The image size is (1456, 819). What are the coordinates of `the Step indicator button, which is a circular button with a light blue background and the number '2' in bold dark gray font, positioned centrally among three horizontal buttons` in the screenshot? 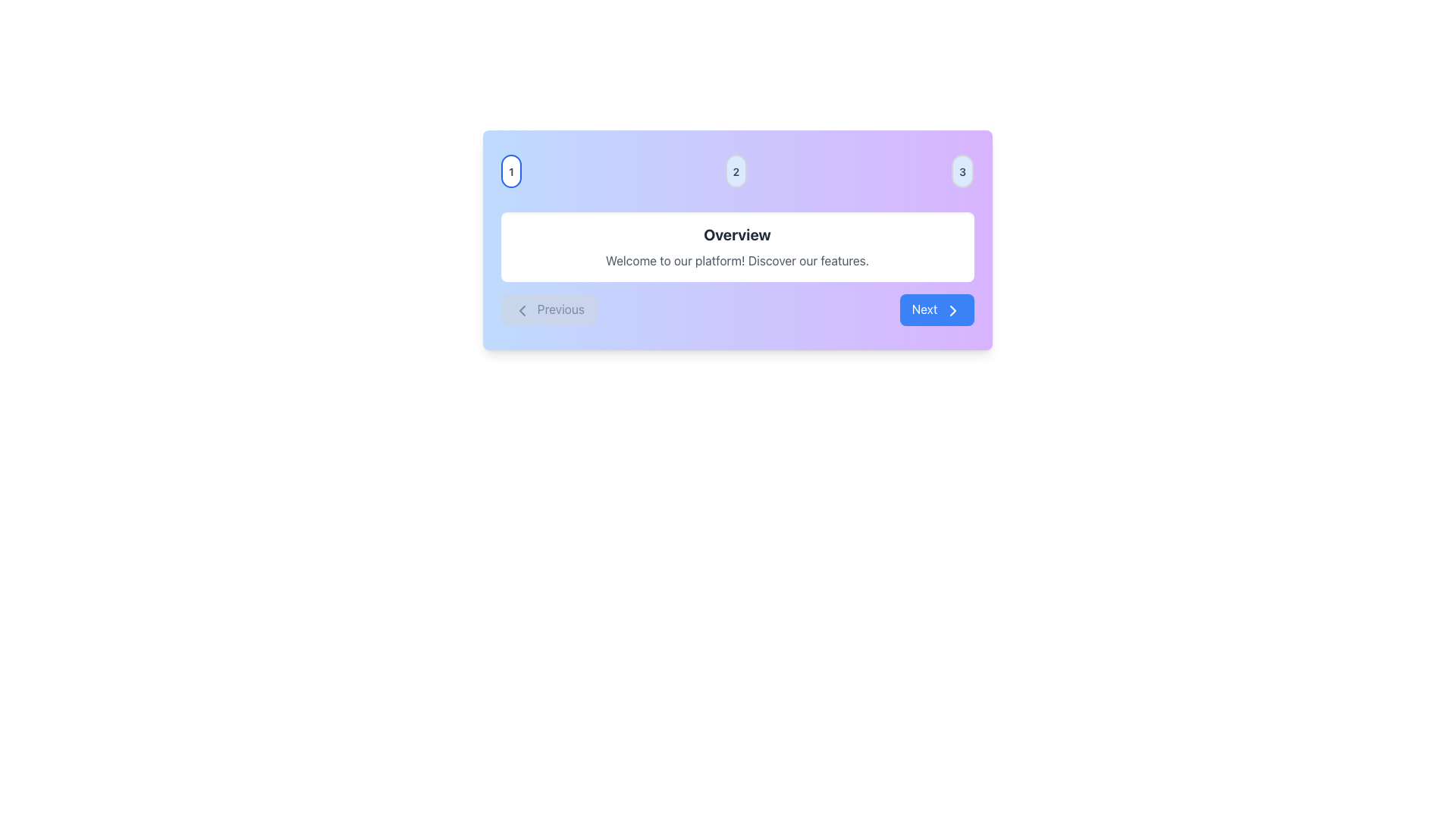 It's located at (736, 171).